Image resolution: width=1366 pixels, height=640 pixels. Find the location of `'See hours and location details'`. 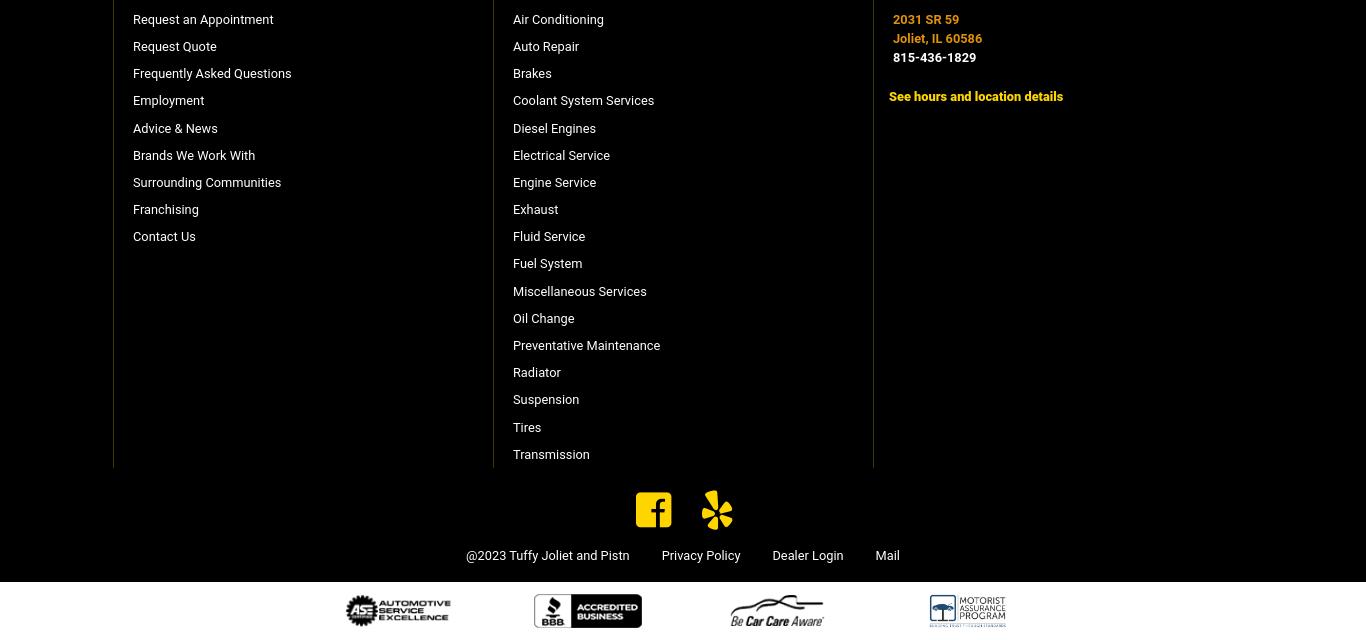

'See hours and location details' is located at coordinates (887, 95).